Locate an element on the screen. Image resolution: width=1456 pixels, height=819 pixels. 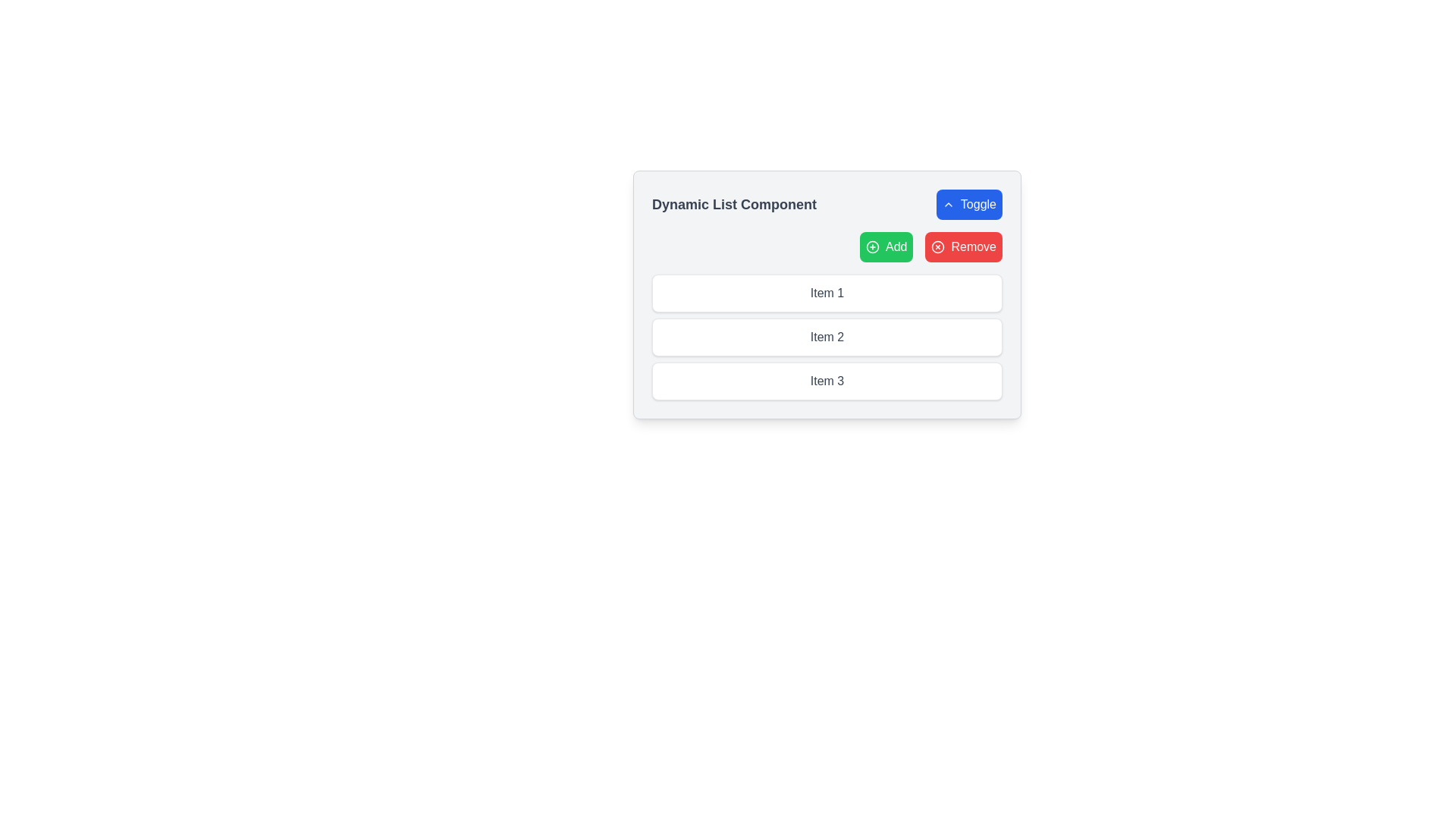
the 'Dynamic List Component' title in the Collapsible Header Bar for accessibility by clicking on its center point is located at coordinates (826, 205).